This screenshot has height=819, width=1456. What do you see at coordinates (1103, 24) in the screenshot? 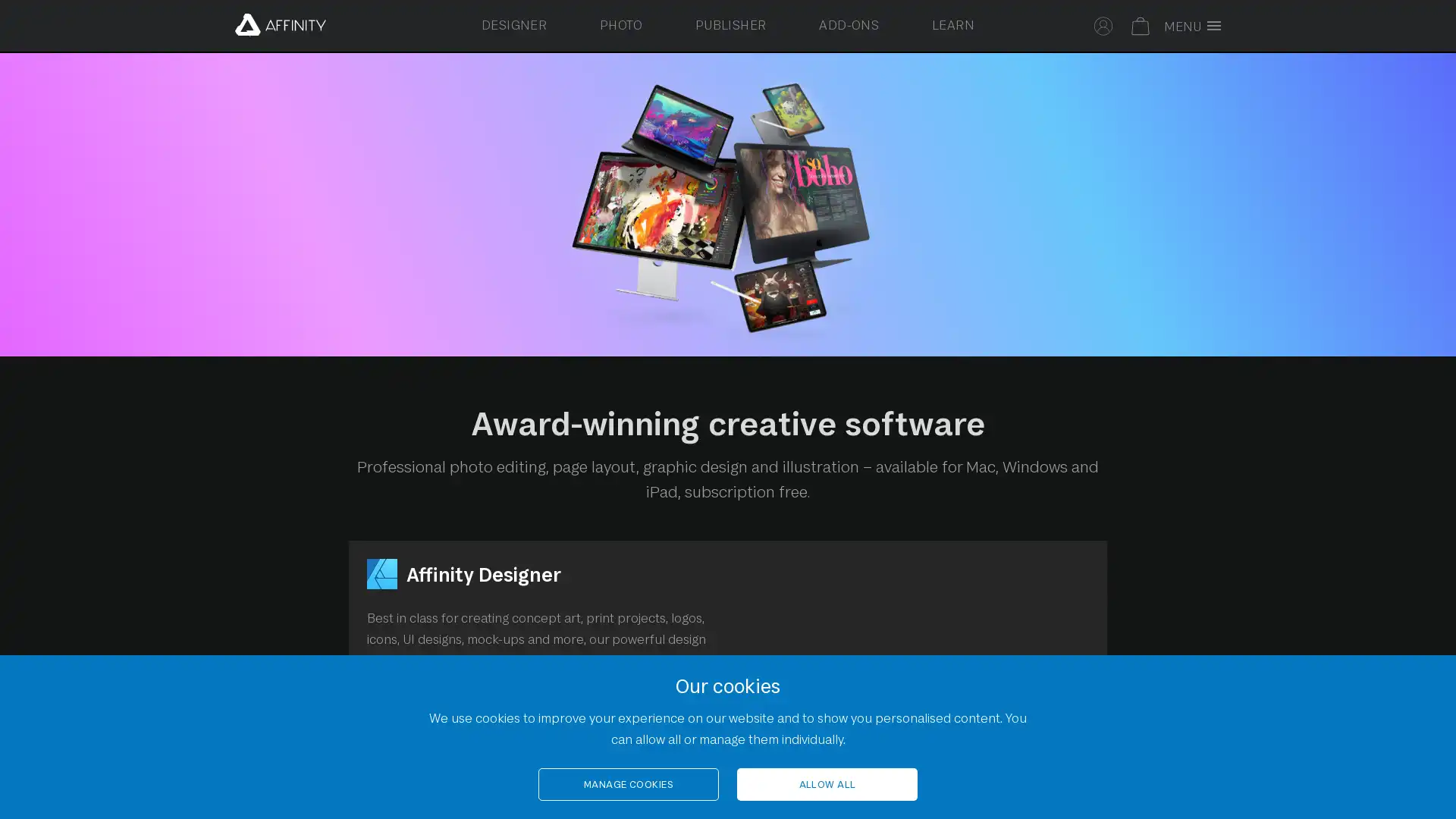
I see `Select to sign in to your Affinity account` at bounding box center [1103, 24].